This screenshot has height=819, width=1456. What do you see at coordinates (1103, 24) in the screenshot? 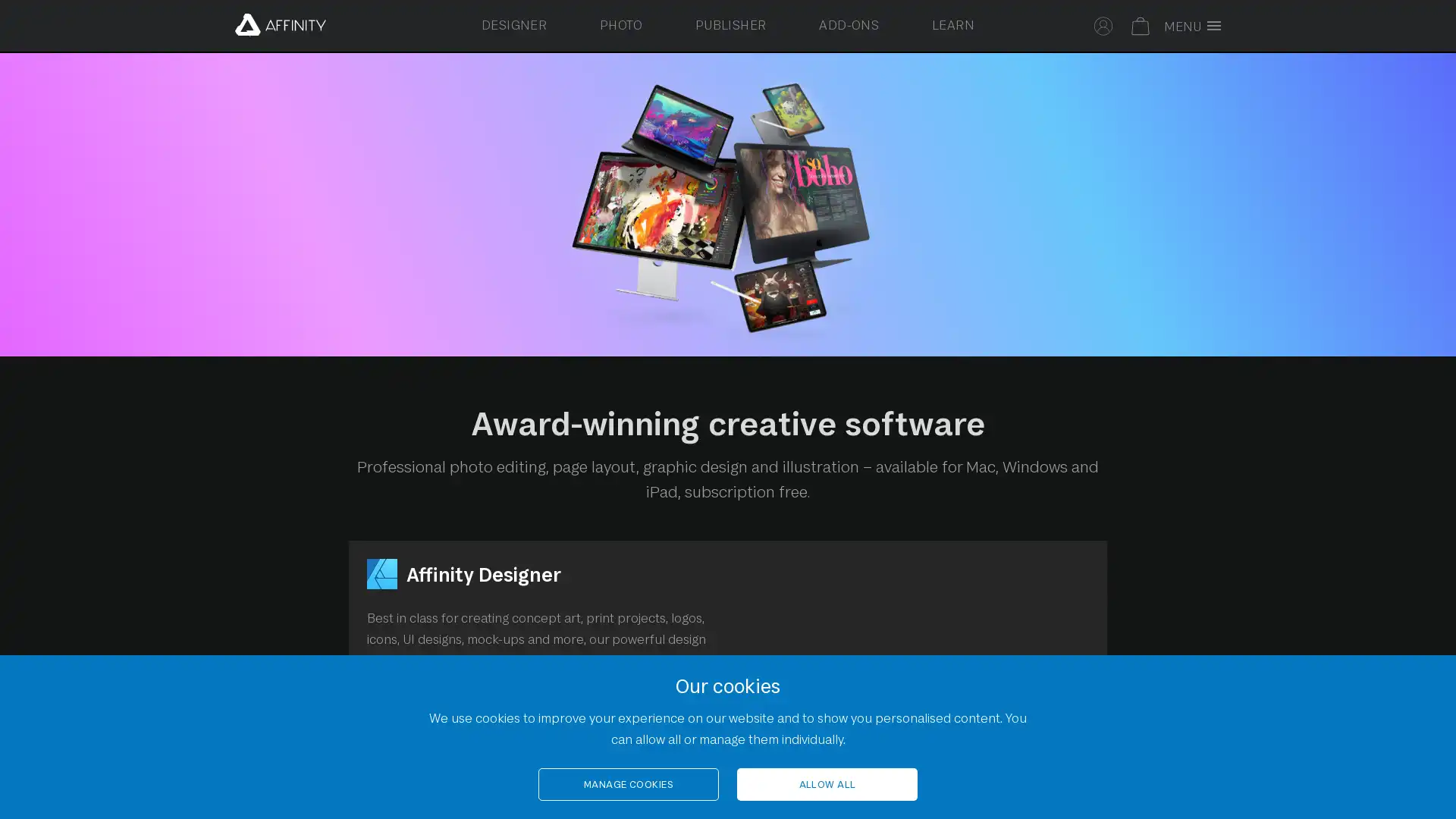
I see `Select to sign in to your Affinity account` at bounding box center [1103, 24].